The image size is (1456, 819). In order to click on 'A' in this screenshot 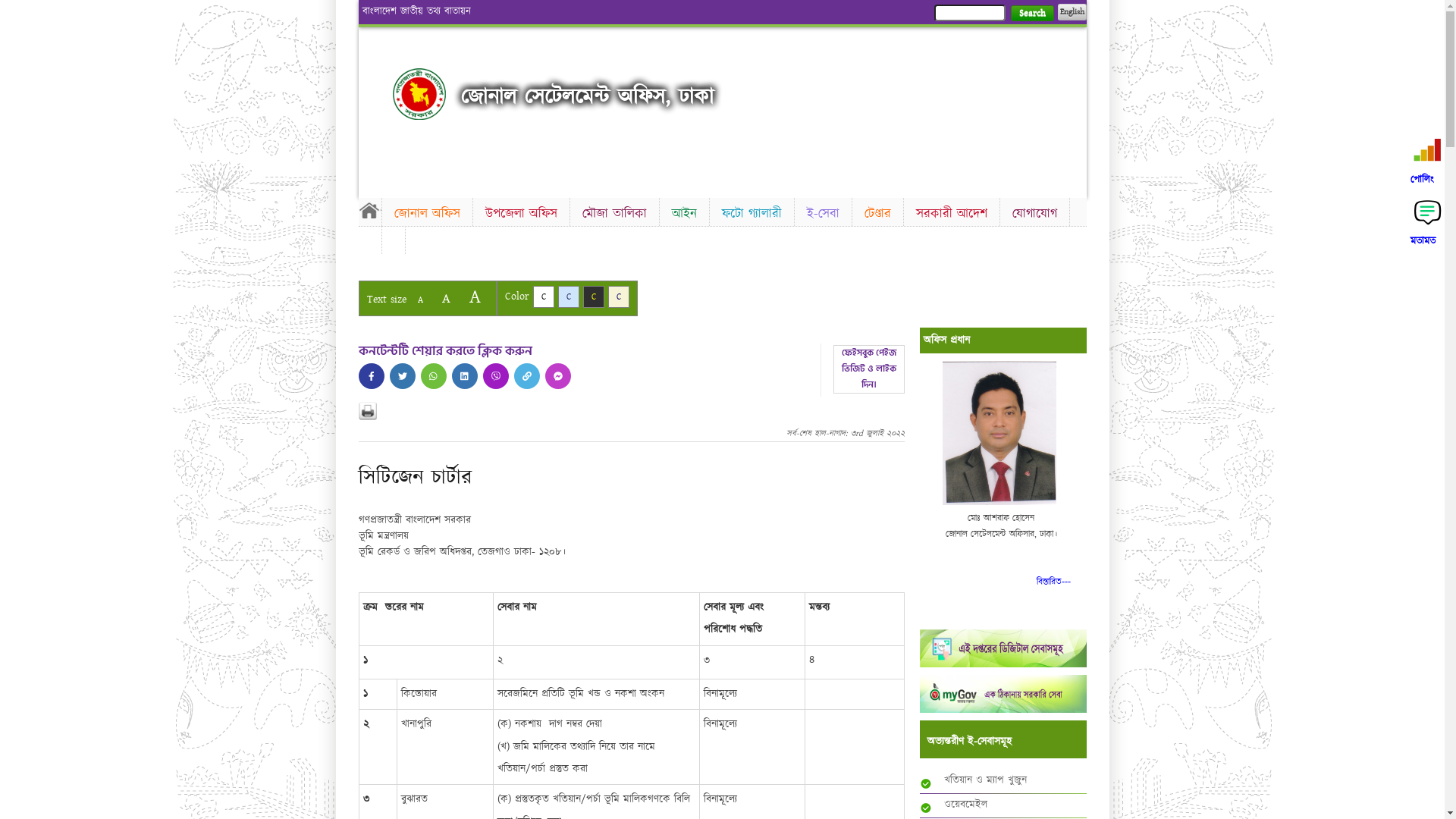, I will do `click(473, 297)`.